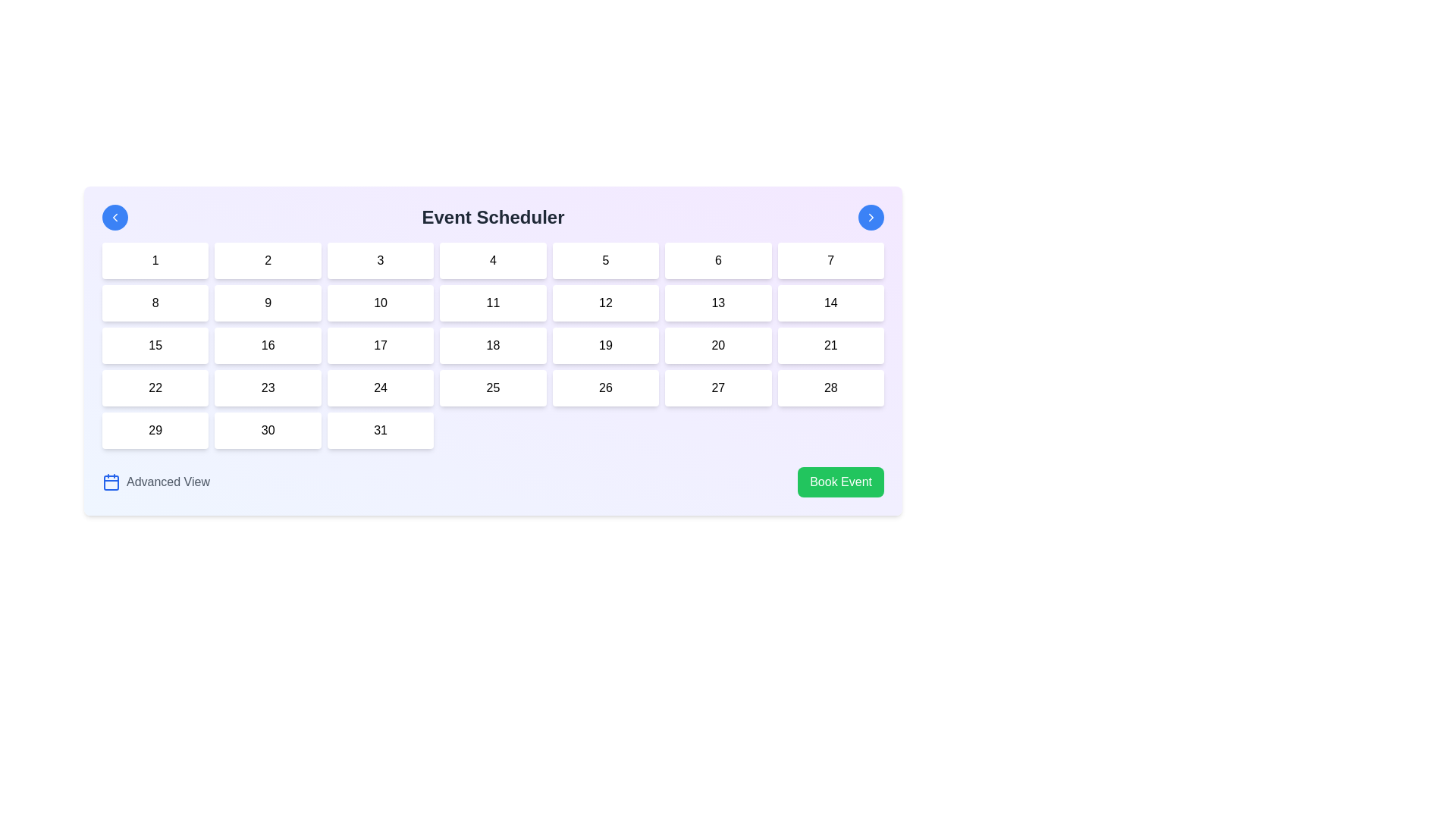  What do you see at coordinates (493, 259) in the screenshot?
I see `the button displaying the number '4', which has a white background and rounded corners` at bounding box center [493, 259].